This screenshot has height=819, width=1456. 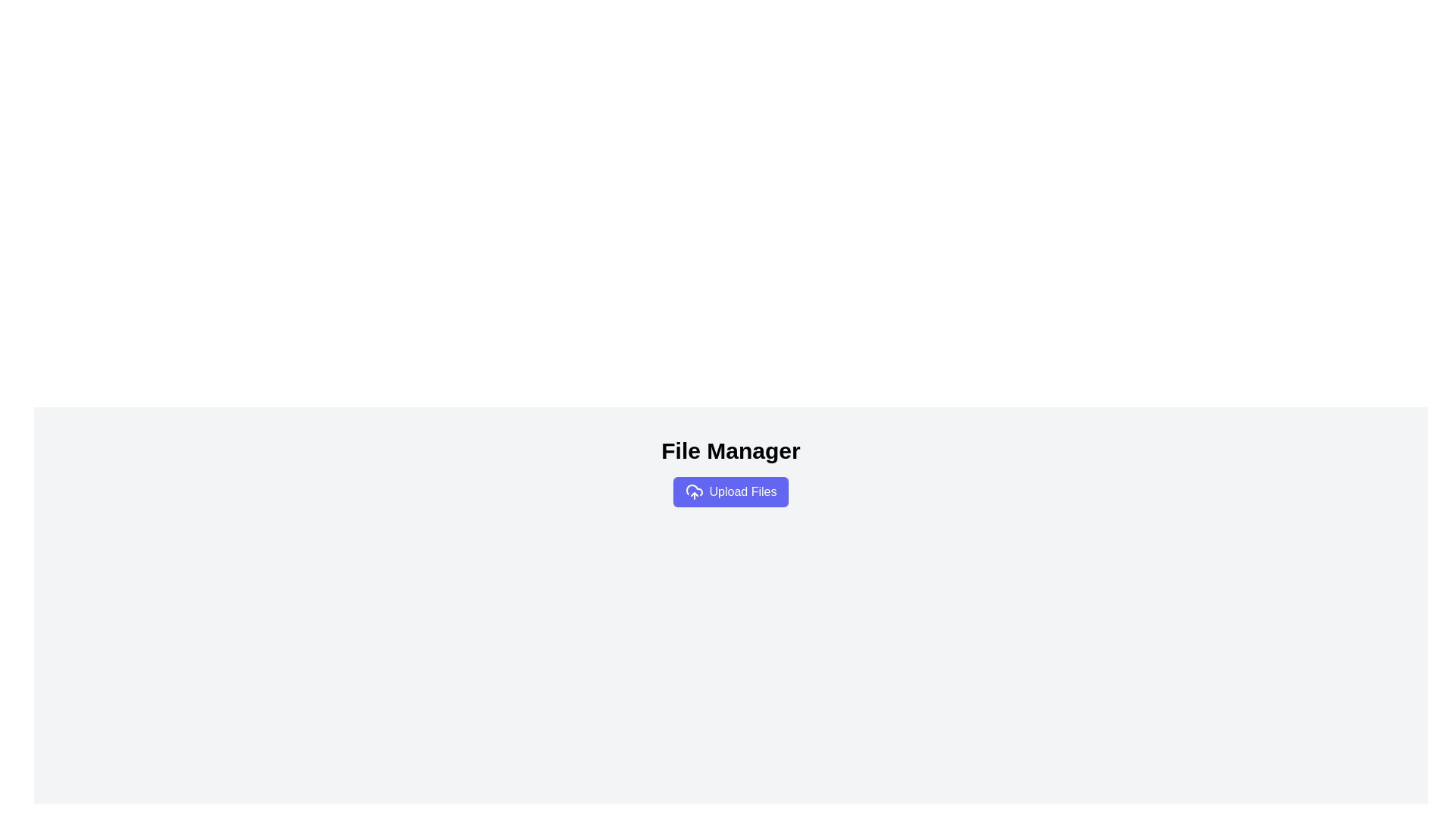 What do you see at coordinates (731, 491) in the screenshot?
I see `the 'Upload' button located centered below the 'File Manager' heading for accessibility interactions` at bounding box center [731, 491].